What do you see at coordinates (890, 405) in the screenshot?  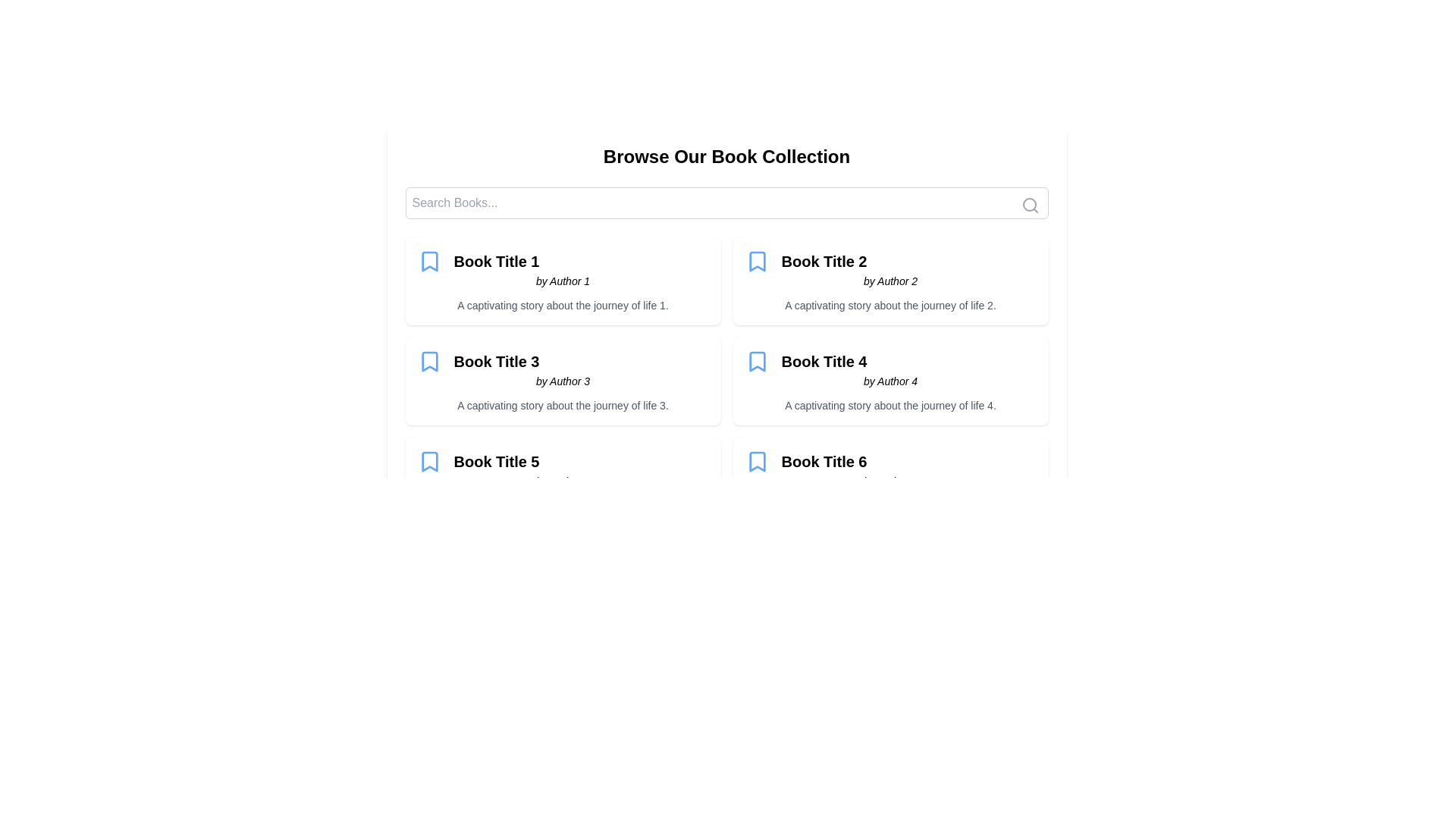 I see `text element that displays 'A captivating story about the journey of life 4.' which is styled in a small, gray font and located beneath the author's name in the Book Title 4 section` at bounding box center [890, 405].